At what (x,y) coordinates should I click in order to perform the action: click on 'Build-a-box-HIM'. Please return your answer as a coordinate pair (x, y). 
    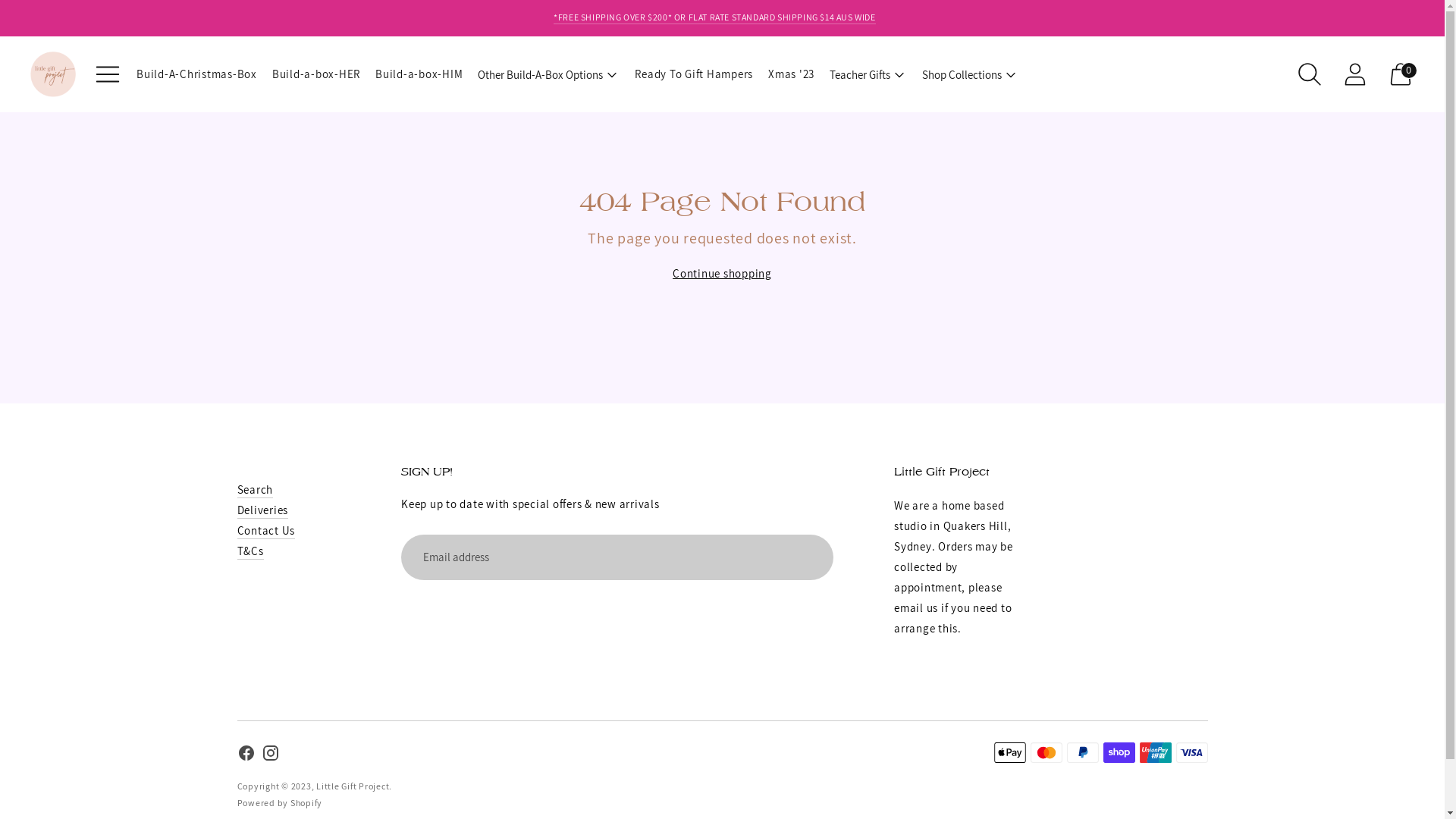
    Looking at the image, I should click on (419, 74).